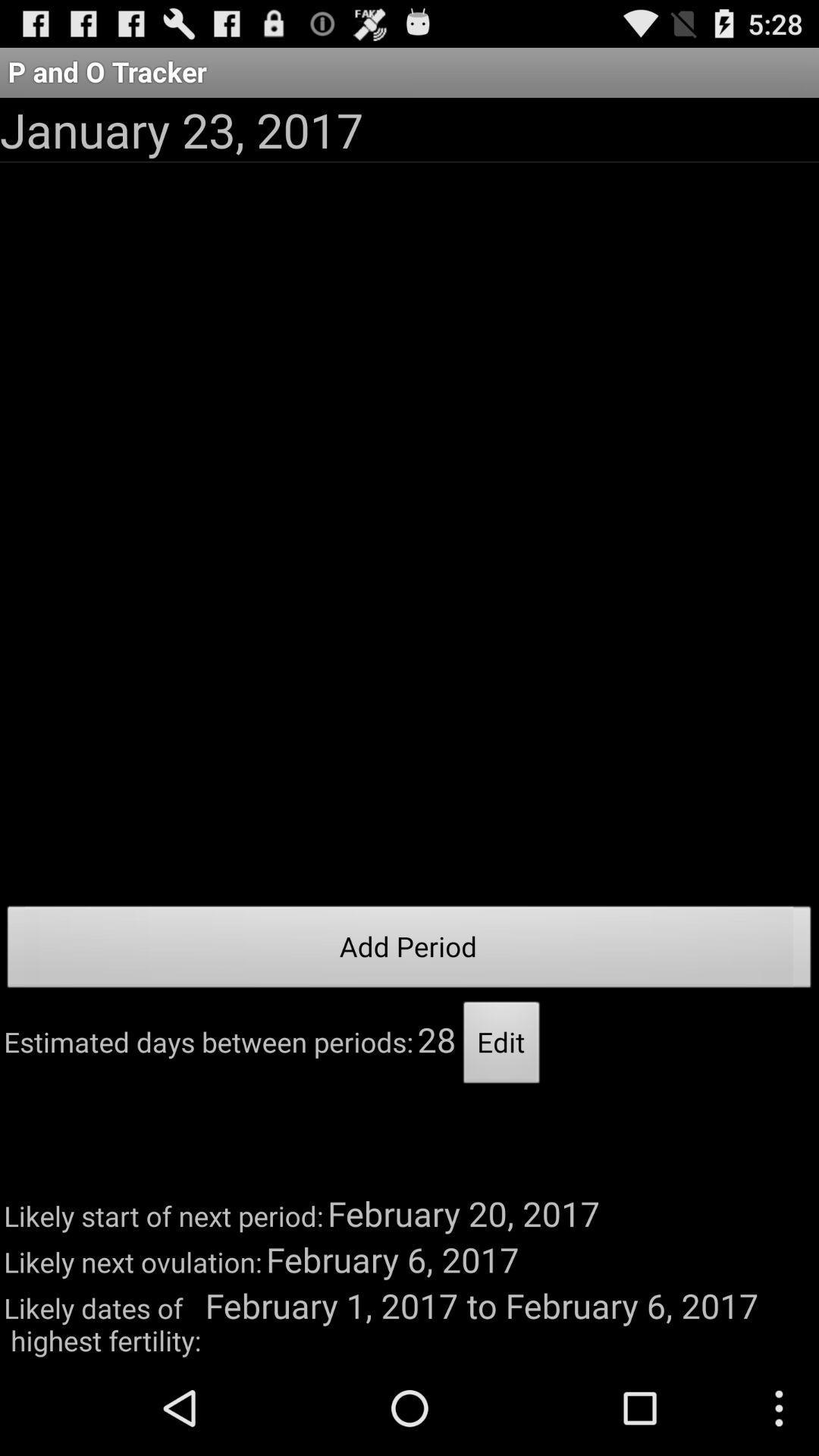 The height and width of the screenshot is (1456, 819). What do you see at coordinates (409, 950) in the screenshot?
I see `the icon below the january 23, 2017 icon` at bounding box center [409, 950].